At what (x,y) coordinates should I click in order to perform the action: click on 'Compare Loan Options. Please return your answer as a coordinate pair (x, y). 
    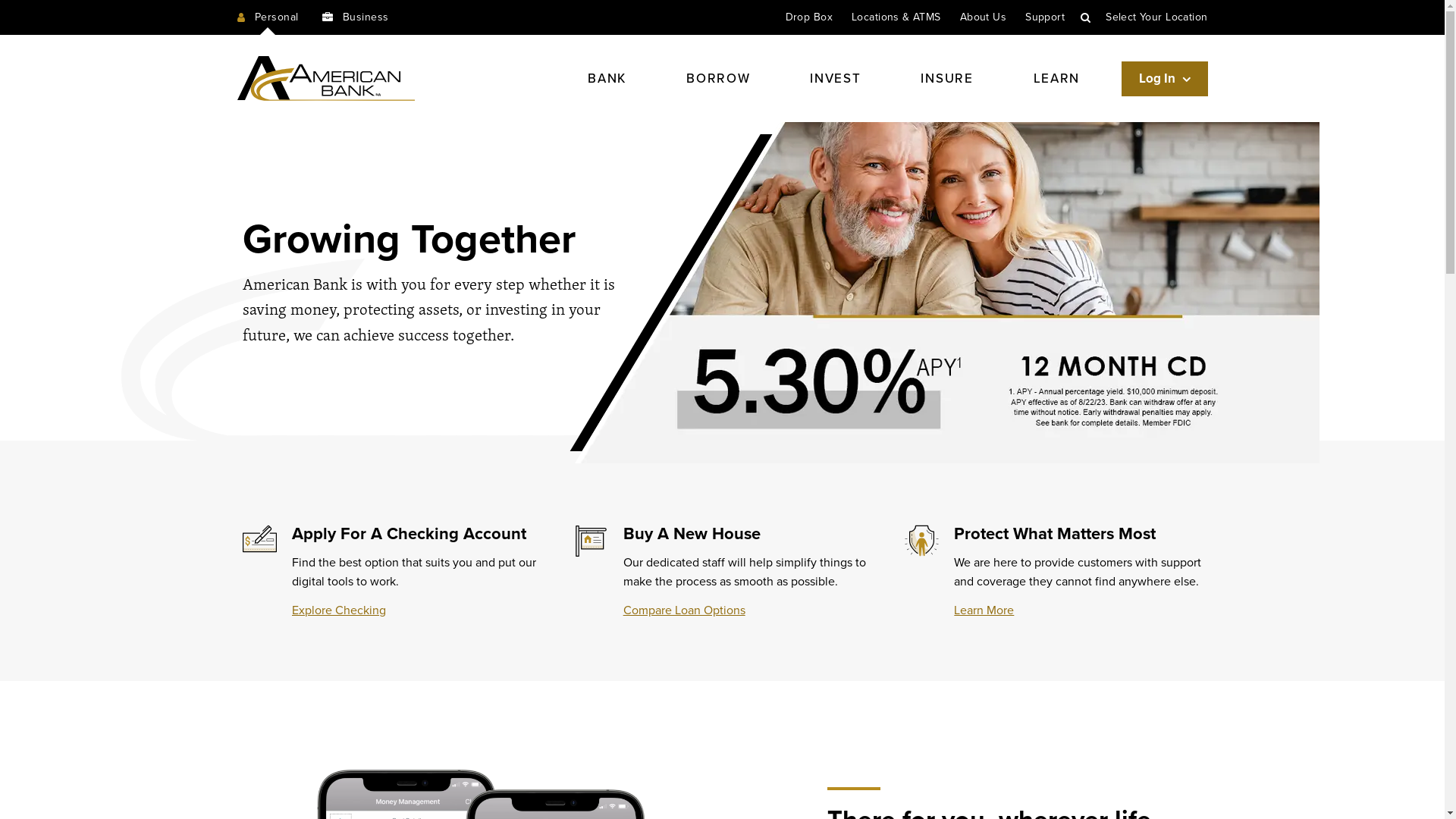
    Looking at the image, I should click on (683, 610).